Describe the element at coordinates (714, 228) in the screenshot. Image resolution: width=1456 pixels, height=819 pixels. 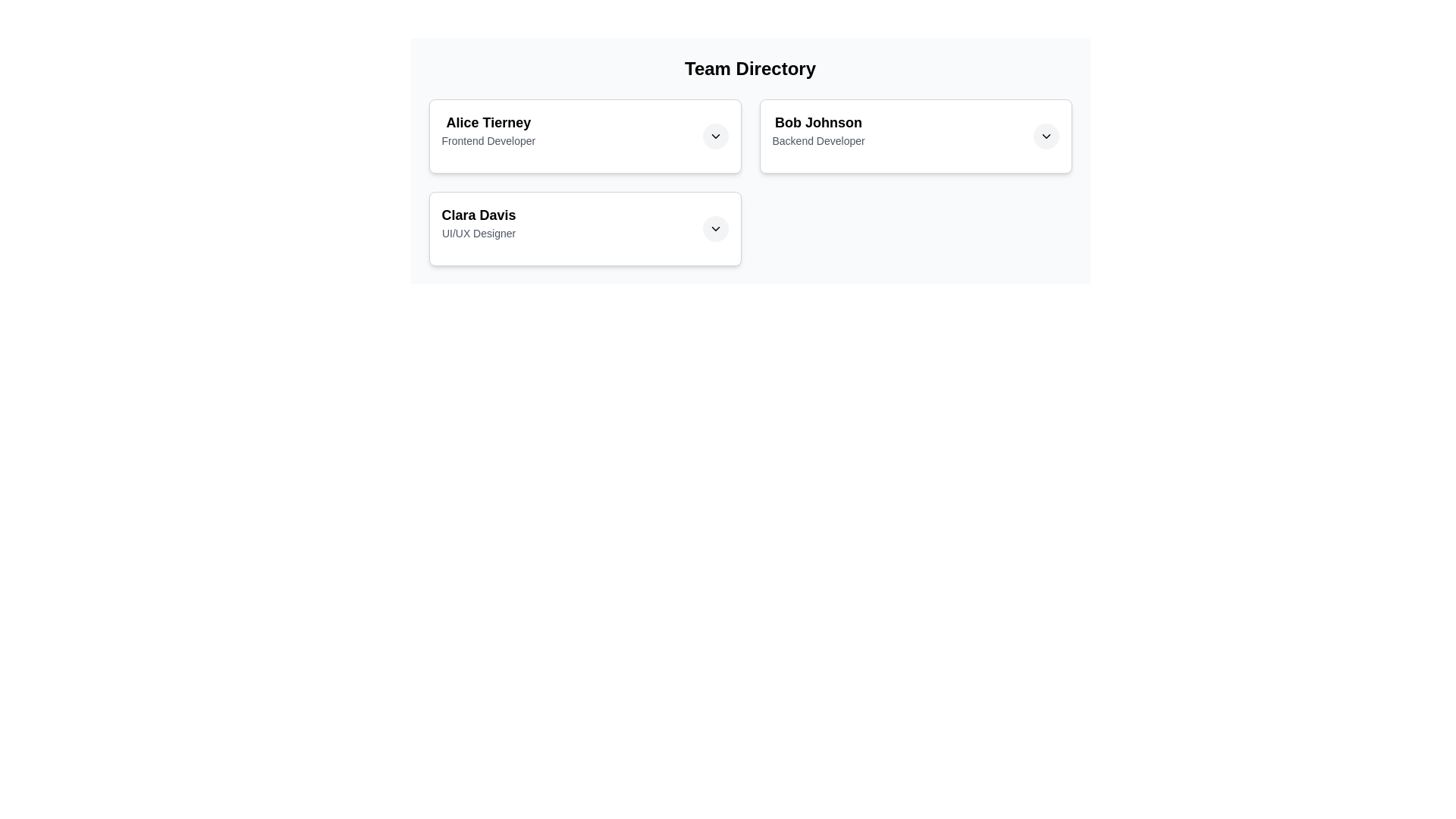
I see `the downward-pointing chevron icon within the light grey circular button located under Clara Davis's name` at that location.